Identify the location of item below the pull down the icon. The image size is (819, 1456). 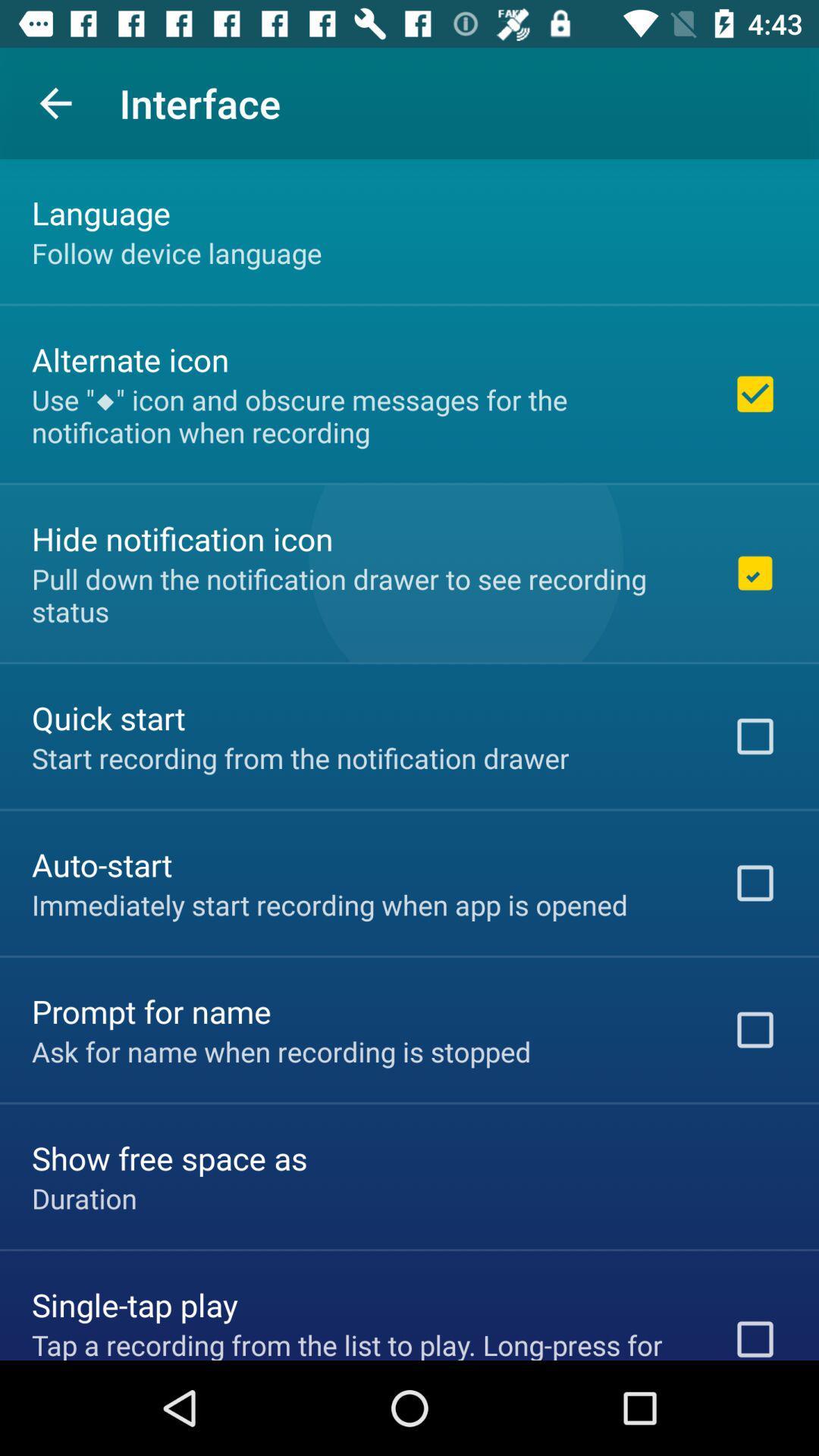
(108, 717).